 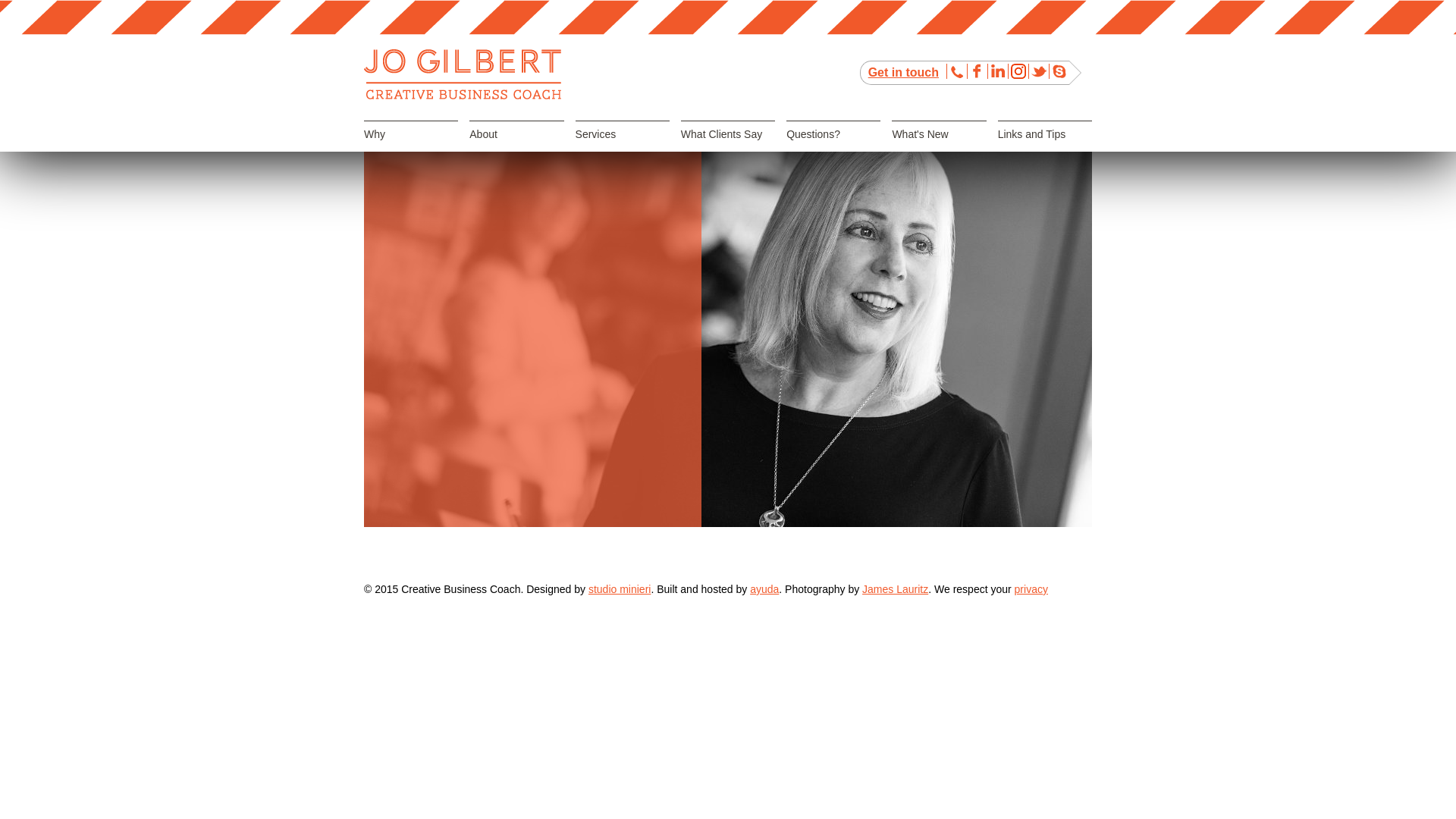 I want to click on 'Questions?', so click(x=833, y=148).